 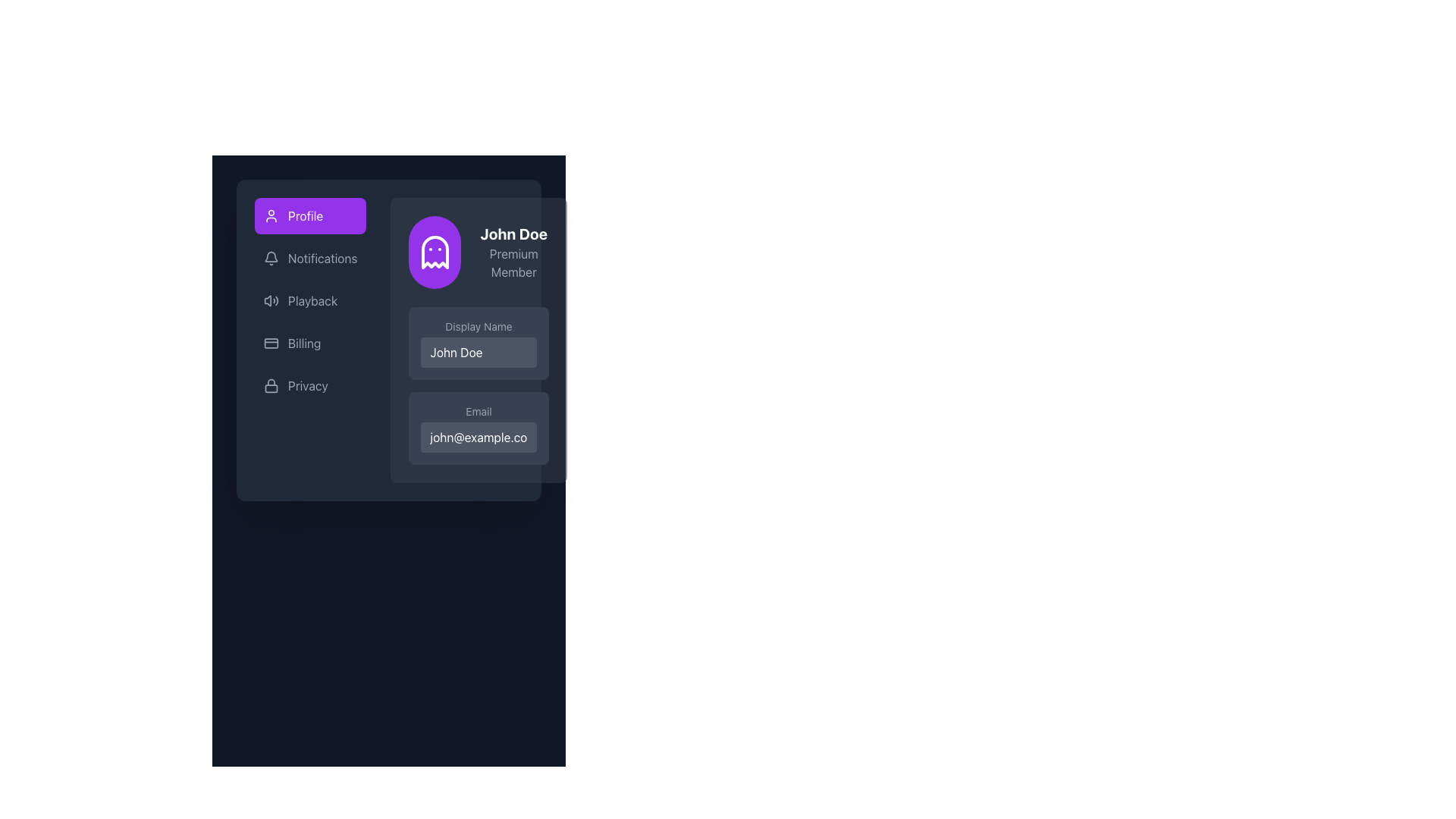 What do you see at coordinates (478, 343) in the screenshot?
I see `the light gray text input field labeled 'Display Name' to trigger the tooltip or focus indication` at bounding box center [478, 343].